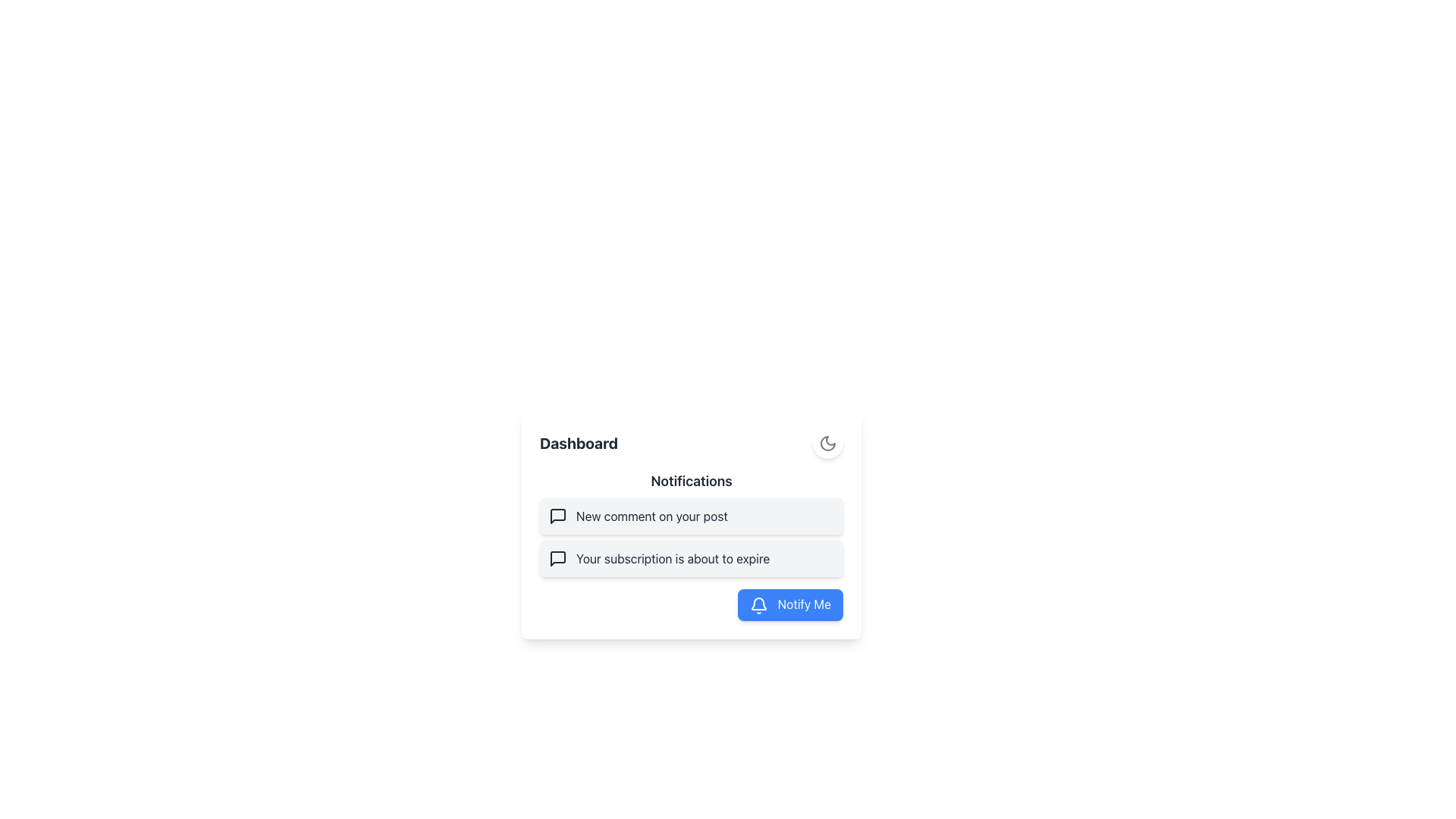  Describe the element at coordinates (827, 444) in the screenshot. I see `the crescent moon shape vector graphic element in the top-right corner of the notification card within the dashboard interface` at that location.